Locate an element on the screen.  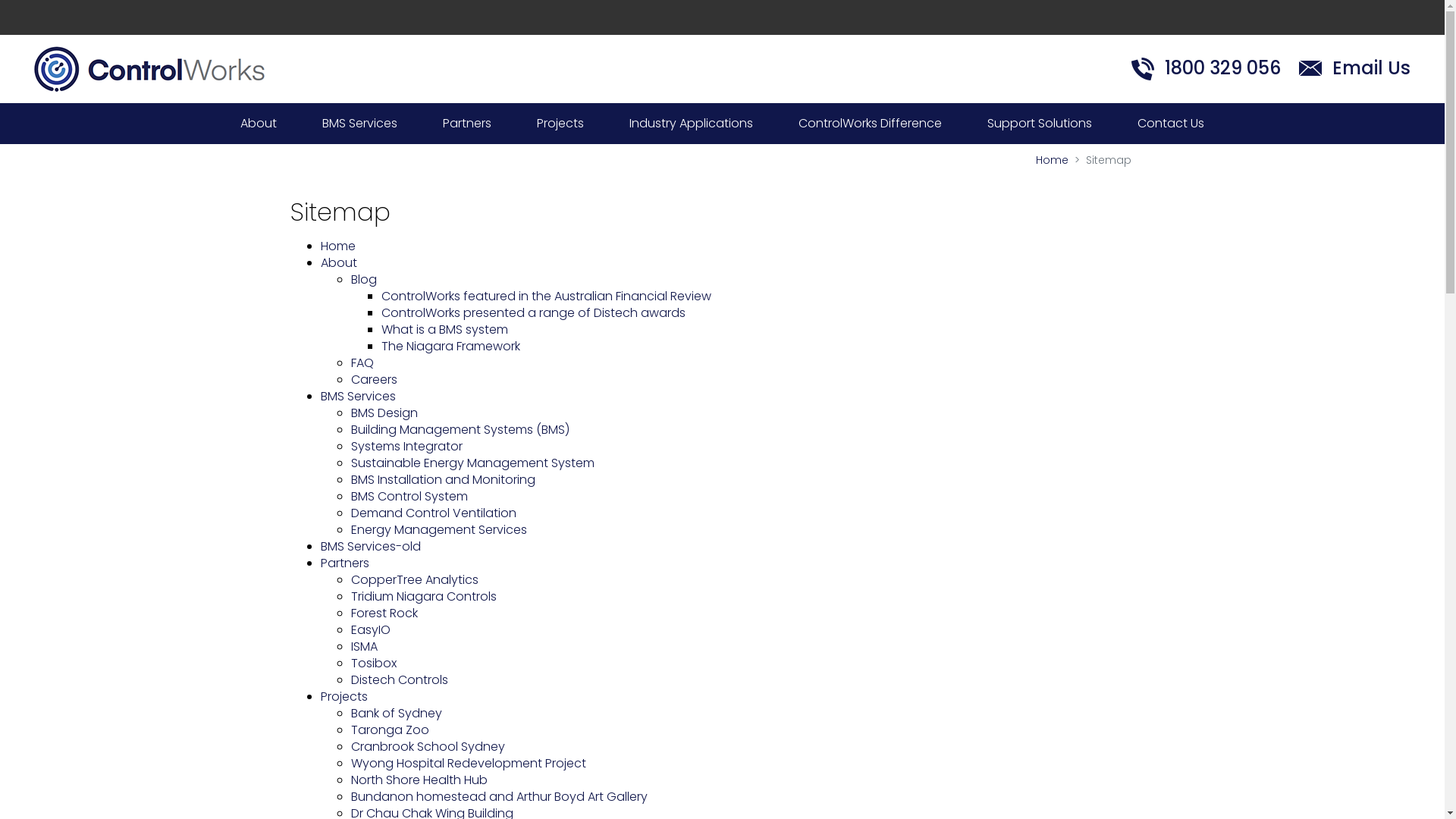
'1800 329 056' is located at coordinates (1205, 67).